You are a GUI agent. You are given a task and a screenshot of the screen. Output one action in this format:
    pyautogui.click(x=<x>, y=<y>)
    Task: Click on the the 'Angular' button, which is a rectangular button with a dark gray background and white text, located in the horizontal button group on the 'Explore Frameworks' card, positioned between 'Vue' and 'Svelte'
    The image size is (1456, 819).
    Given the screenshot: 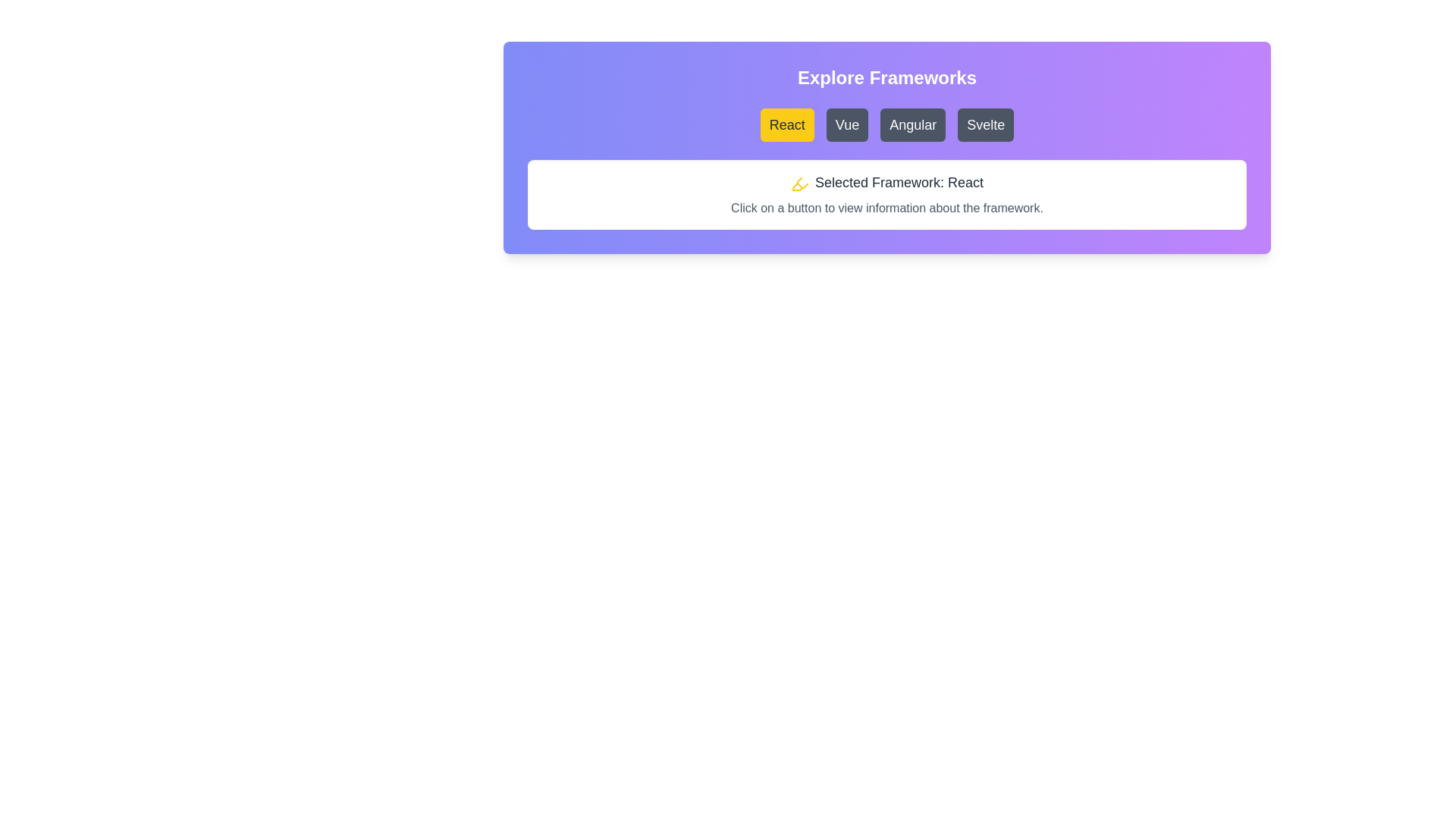 What is the action you would take?
    pyautogui.click(x=912, y=124)
    